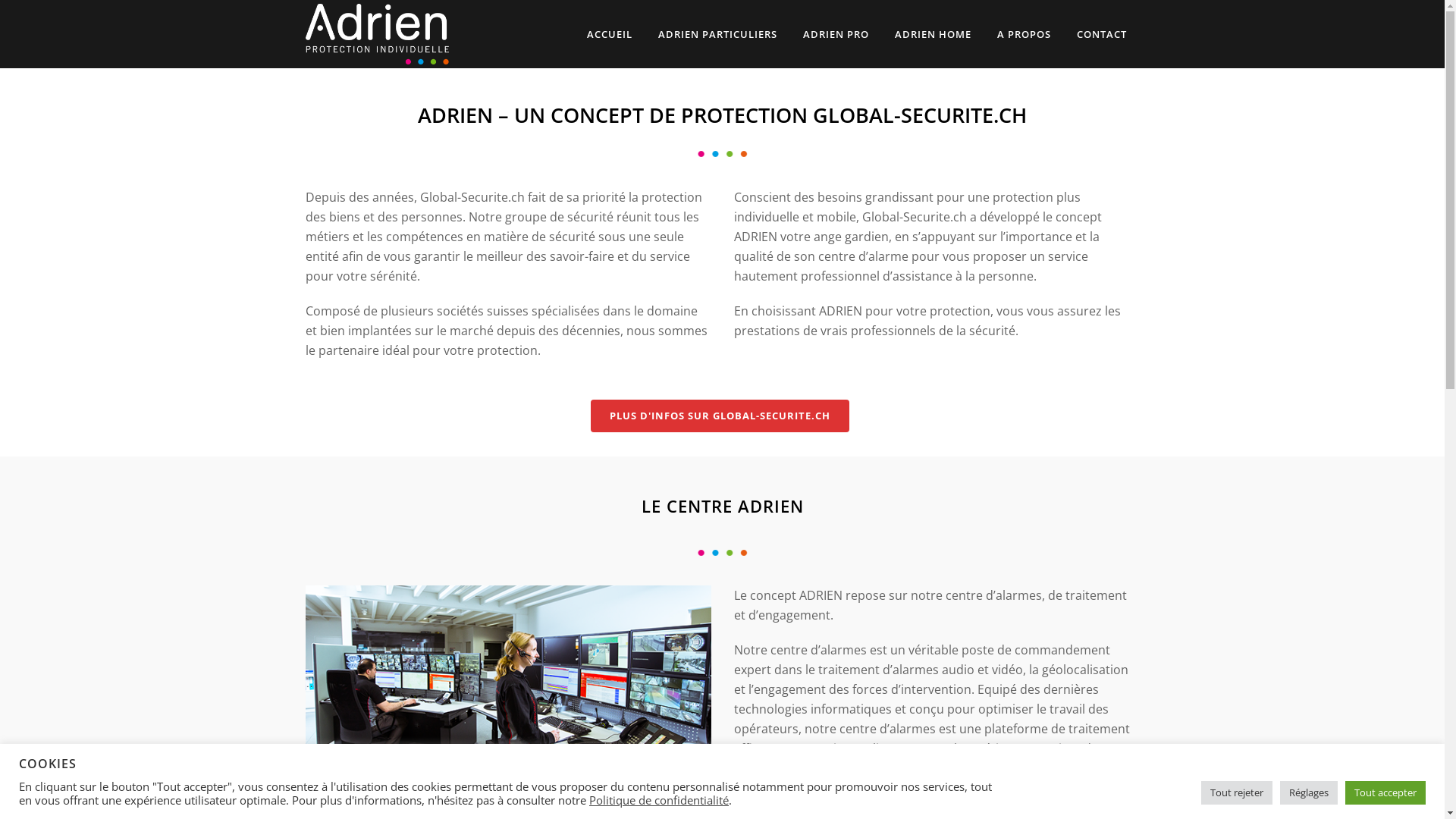 This screenshot has height=819, width=1456. What do you see at coordinates (984, 34) in the screenshot?
I see `'A PROPOS'` at bounding box center [984, 34].